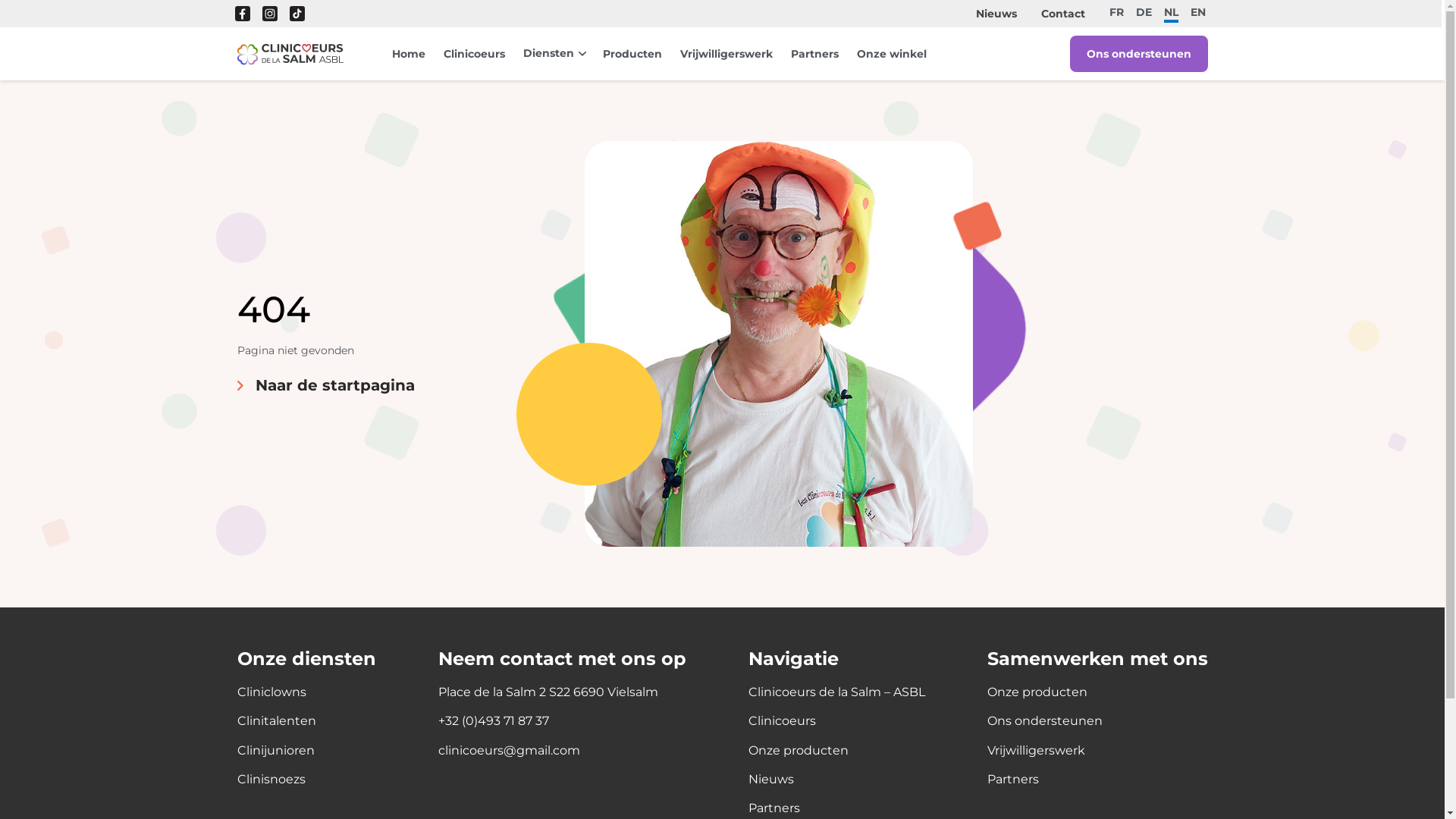 This screenshot has width=1456, height=819. What do you see at coordinates (275, 751) in the screenshot?
I see `'Clinijunioren'` at bounding box center [275, 751].